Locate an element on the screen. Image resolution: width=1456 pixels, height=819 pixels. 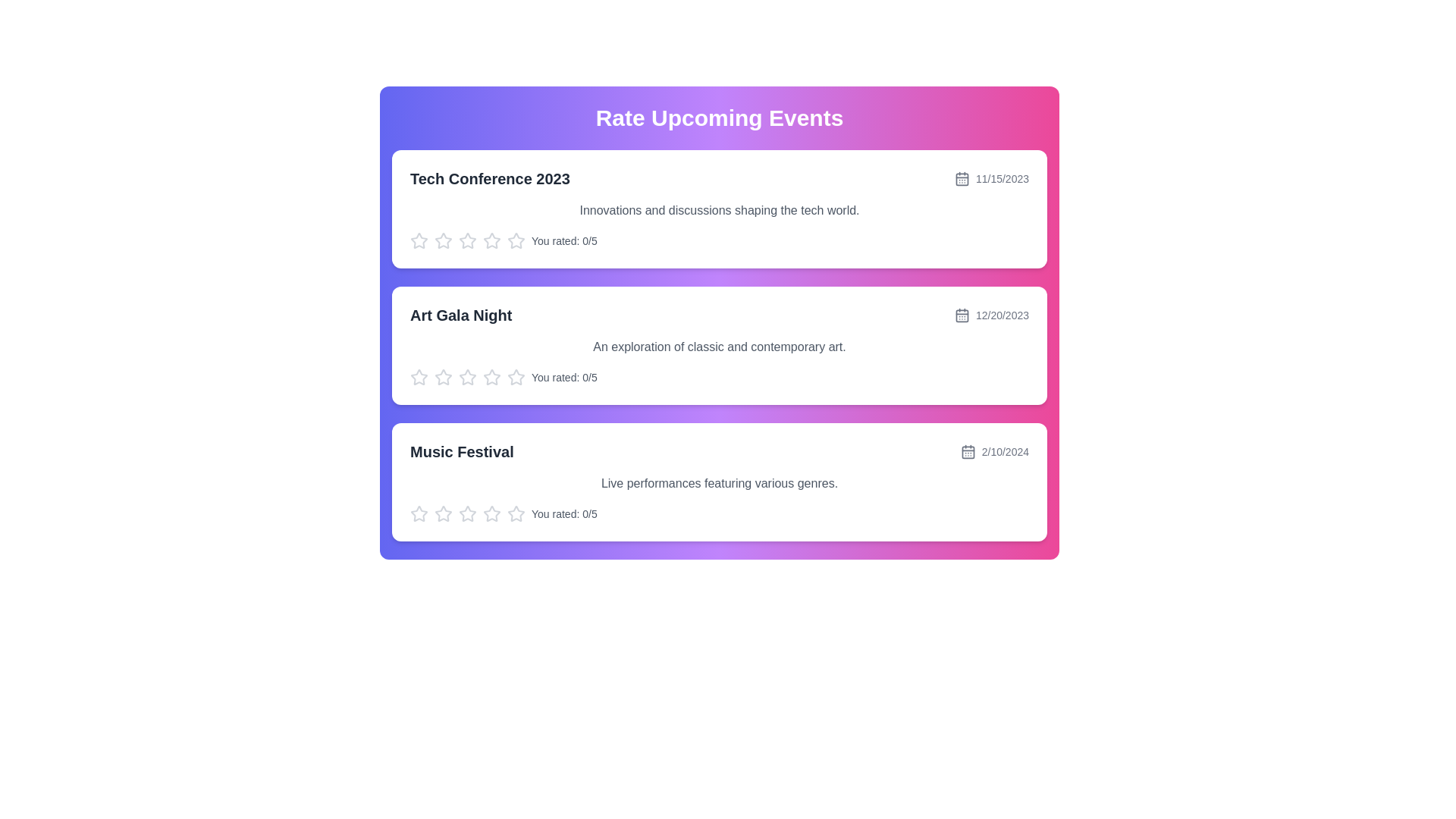
the first star icon in the 'Art Gala Night' section is located at coordinates (516, 376).